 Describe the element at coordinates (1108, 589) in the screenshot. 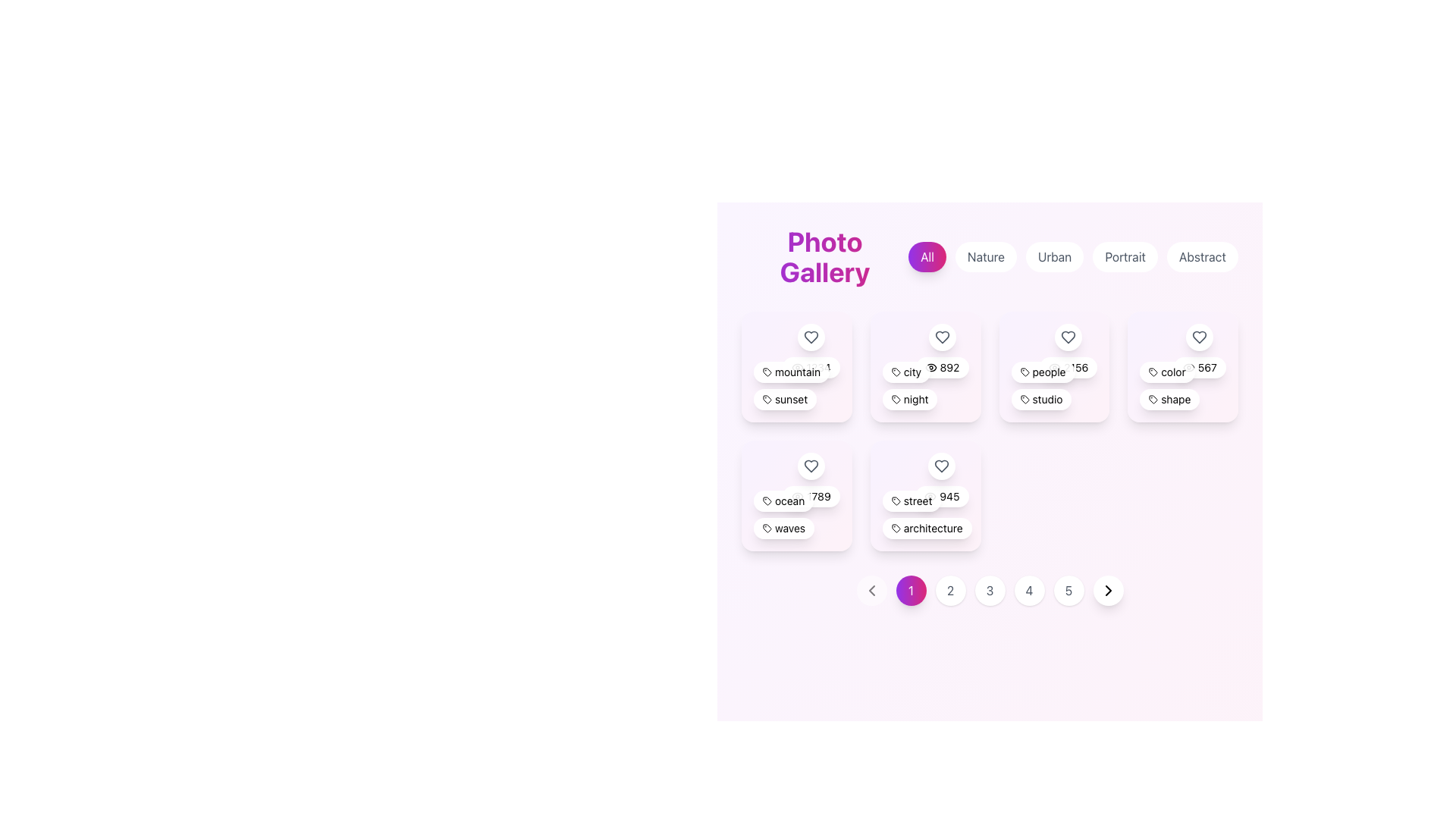

I see `the arrow button located in the bottom-right section of the interface` at that location.